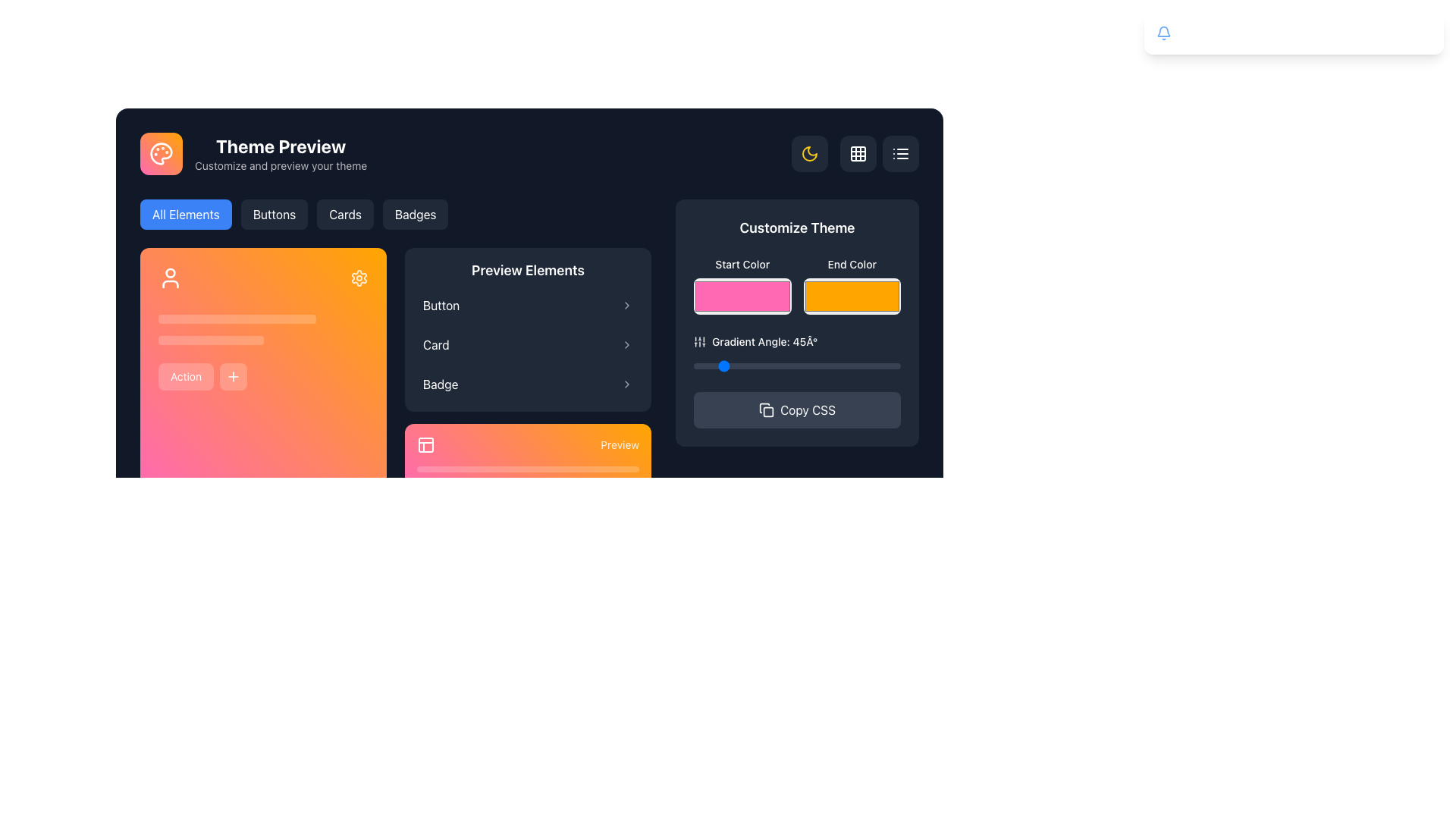 The width and height of the screenshot is (1456, 819). Describe the element at coordinates (796, 353) in the screenshot. I see `the label displaying 'Gradient Angle: 45°' in the 'Customize Theme' section, which is positioned above the 'Copy CSS' button` at that location.